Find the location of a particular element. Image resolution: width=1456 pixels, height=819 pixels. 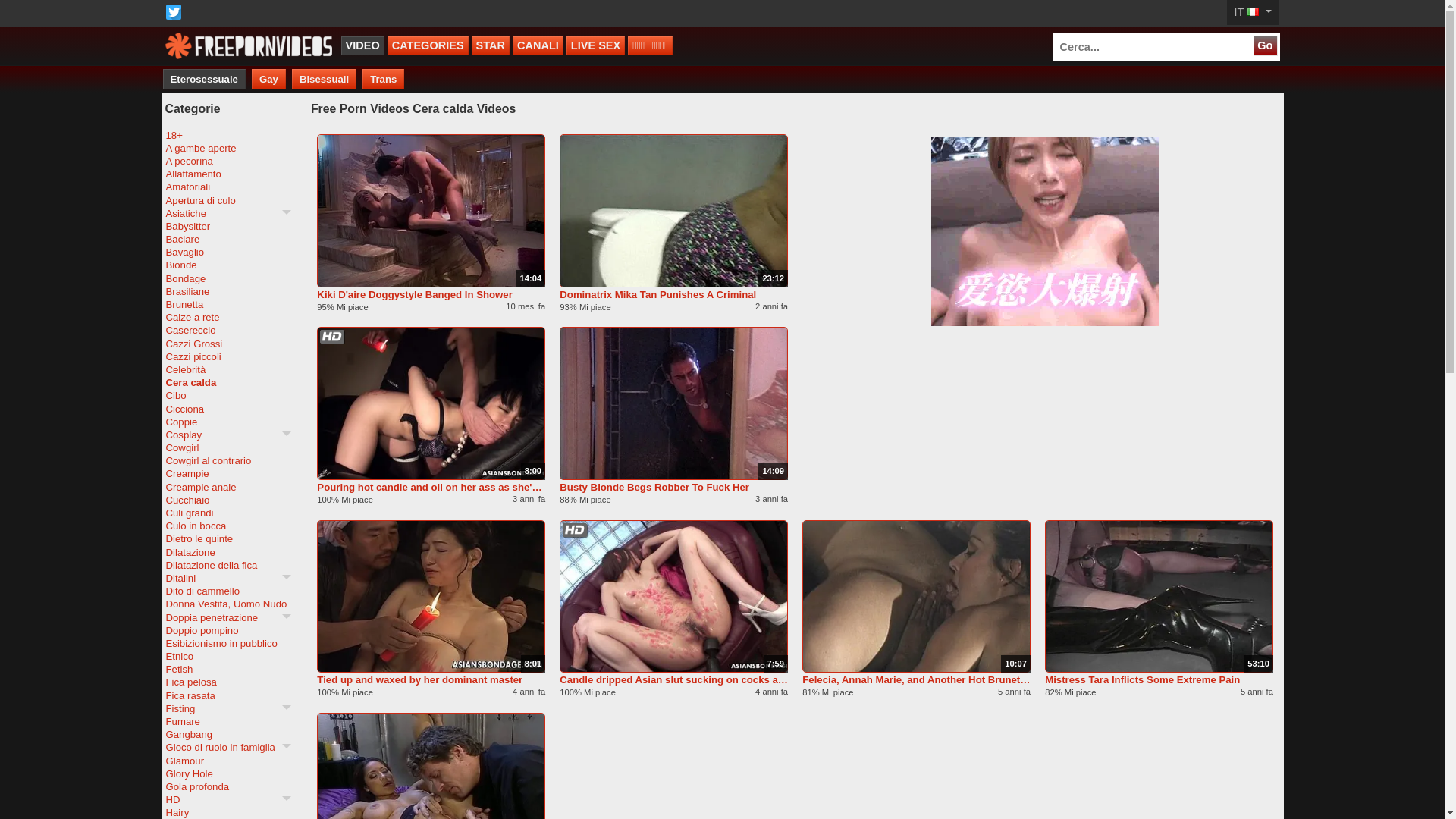

'Tied up and waxed by her dominant master' is located at coordinates (430, 679).